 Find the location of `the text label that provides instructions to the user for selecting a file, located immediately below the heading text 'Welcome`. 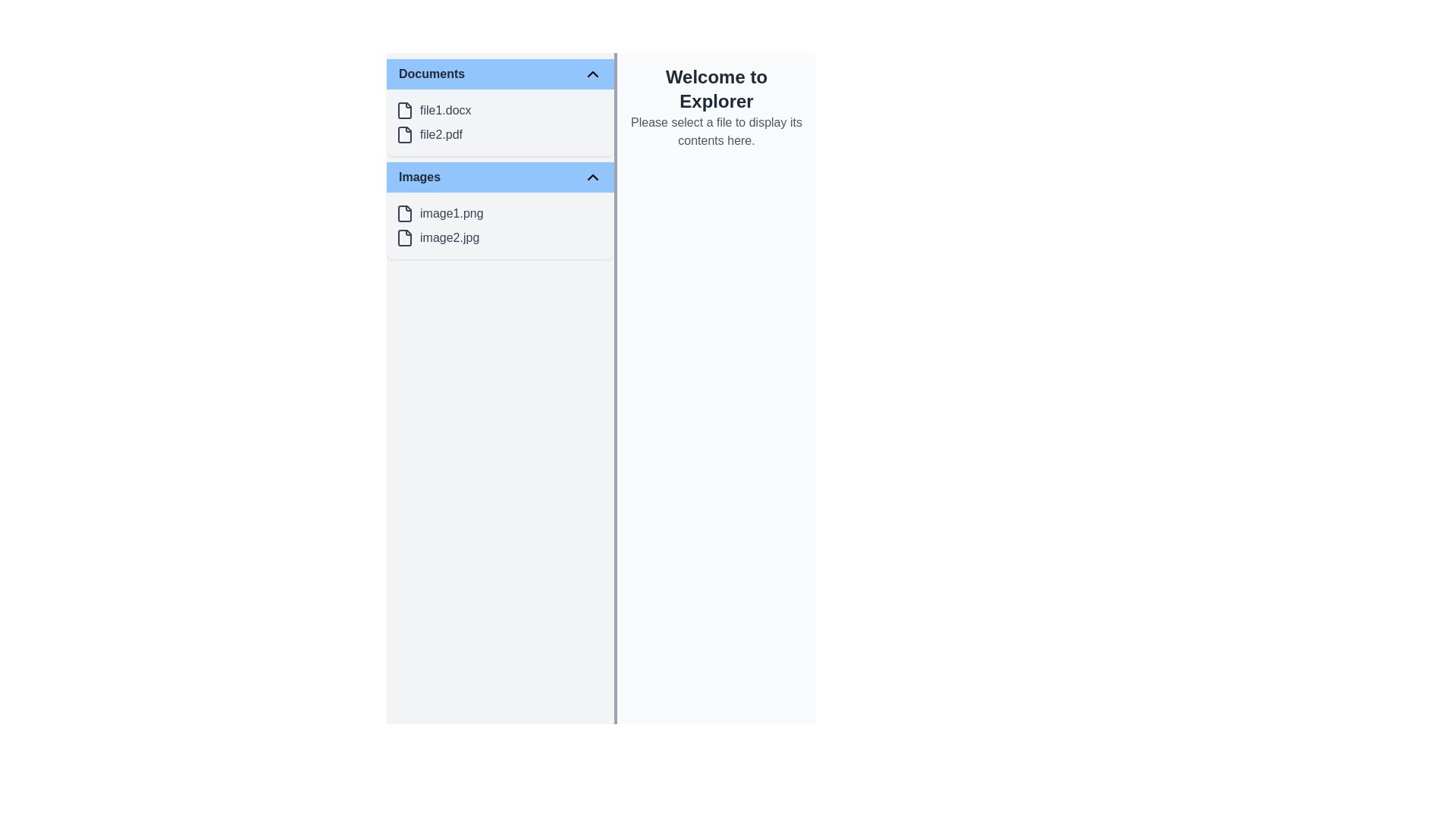

the text label that provides instructions to the user for selecting a file, located immediately below the heading text 'Welcome is located at coordinates (716, 130).